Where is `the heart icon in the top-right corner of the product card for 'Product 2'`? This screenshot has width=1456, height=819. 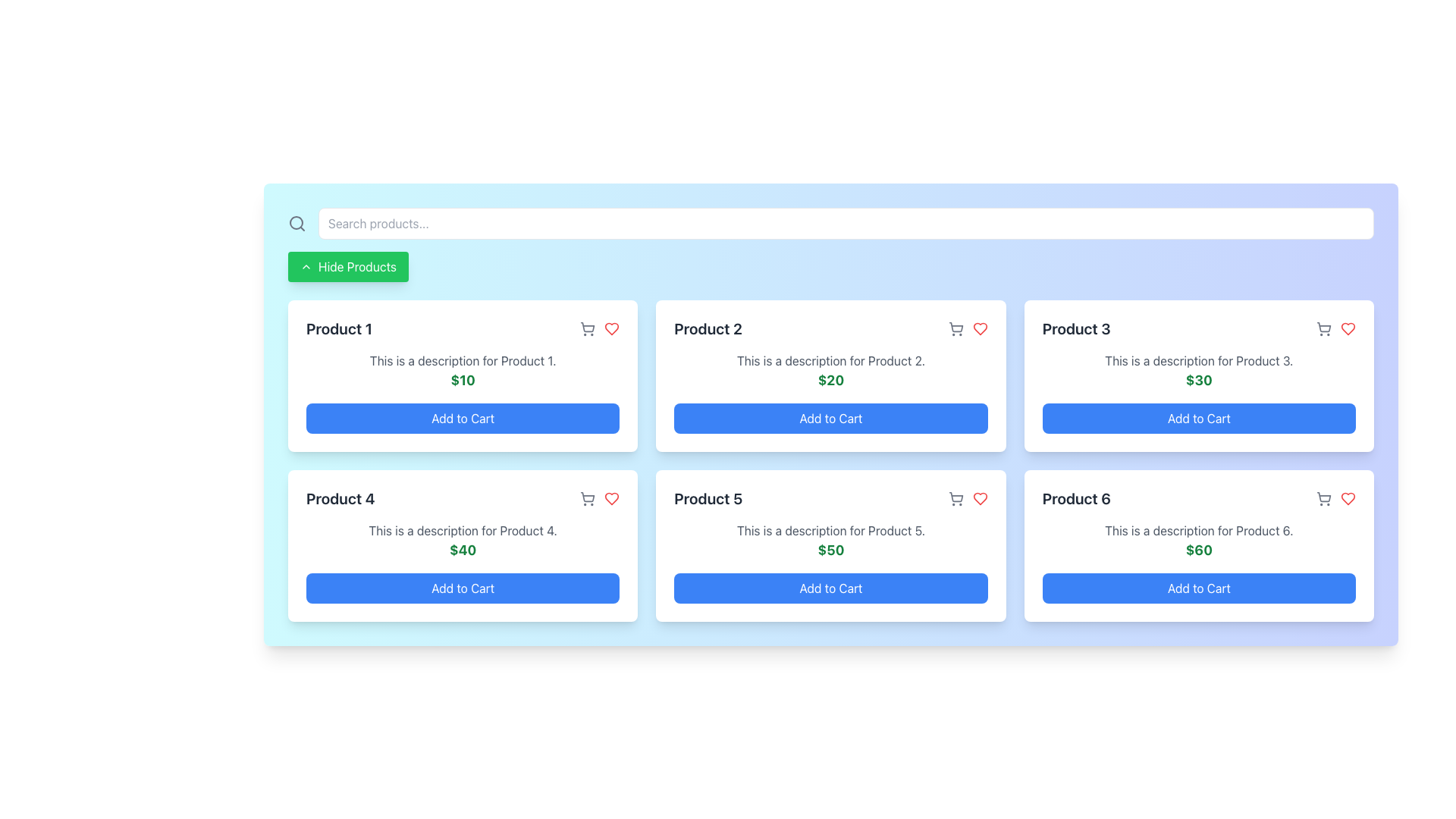
the heart icon in the top-right corner of the product card for 'Product 2' is located at coordinates (980, 328).